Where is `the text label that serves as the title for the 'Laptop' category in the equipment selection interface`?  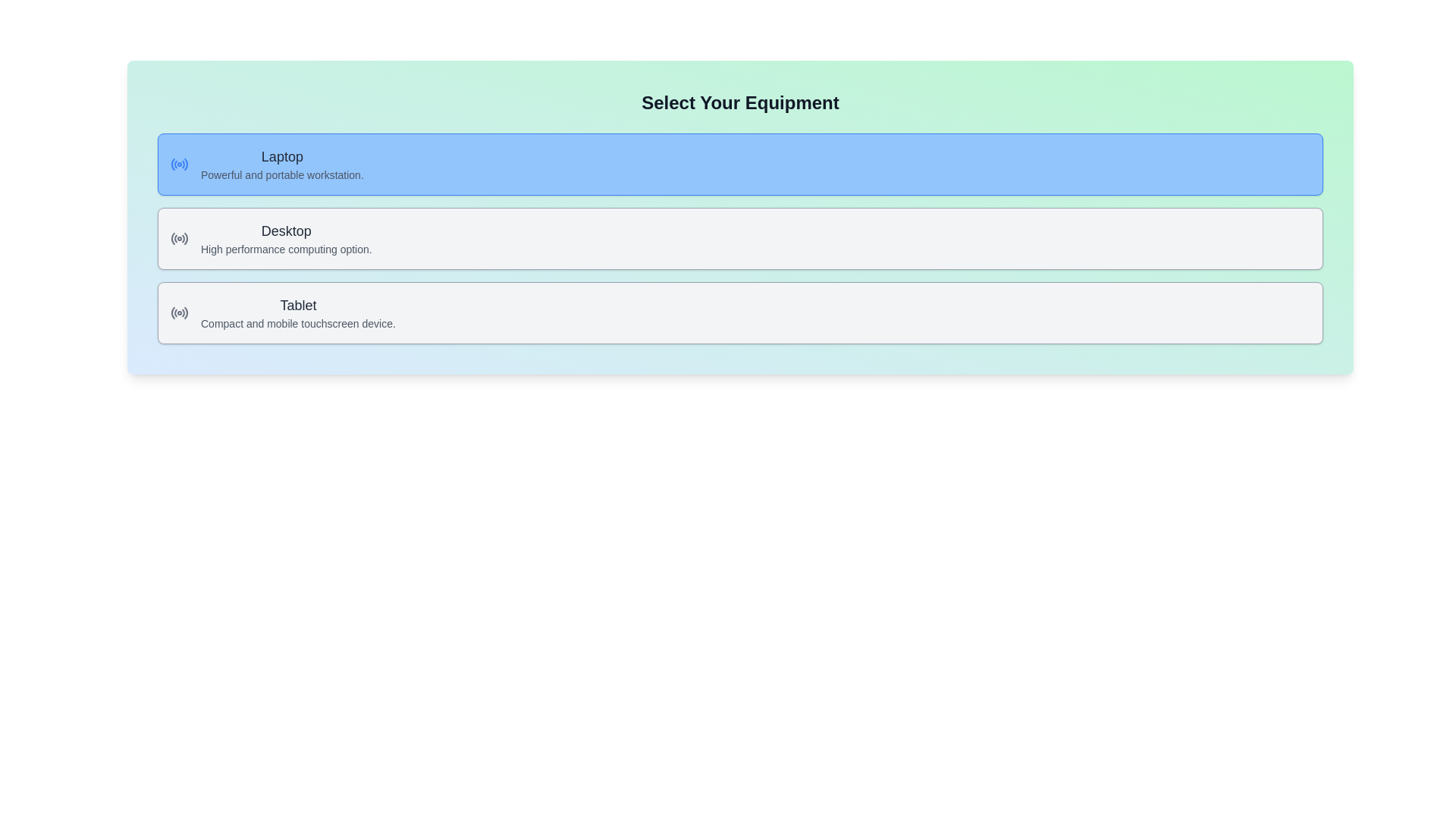
the text label that serves as the title for the 'Laptop' category in the equipment selection interface is located at coordinates (282, 157).